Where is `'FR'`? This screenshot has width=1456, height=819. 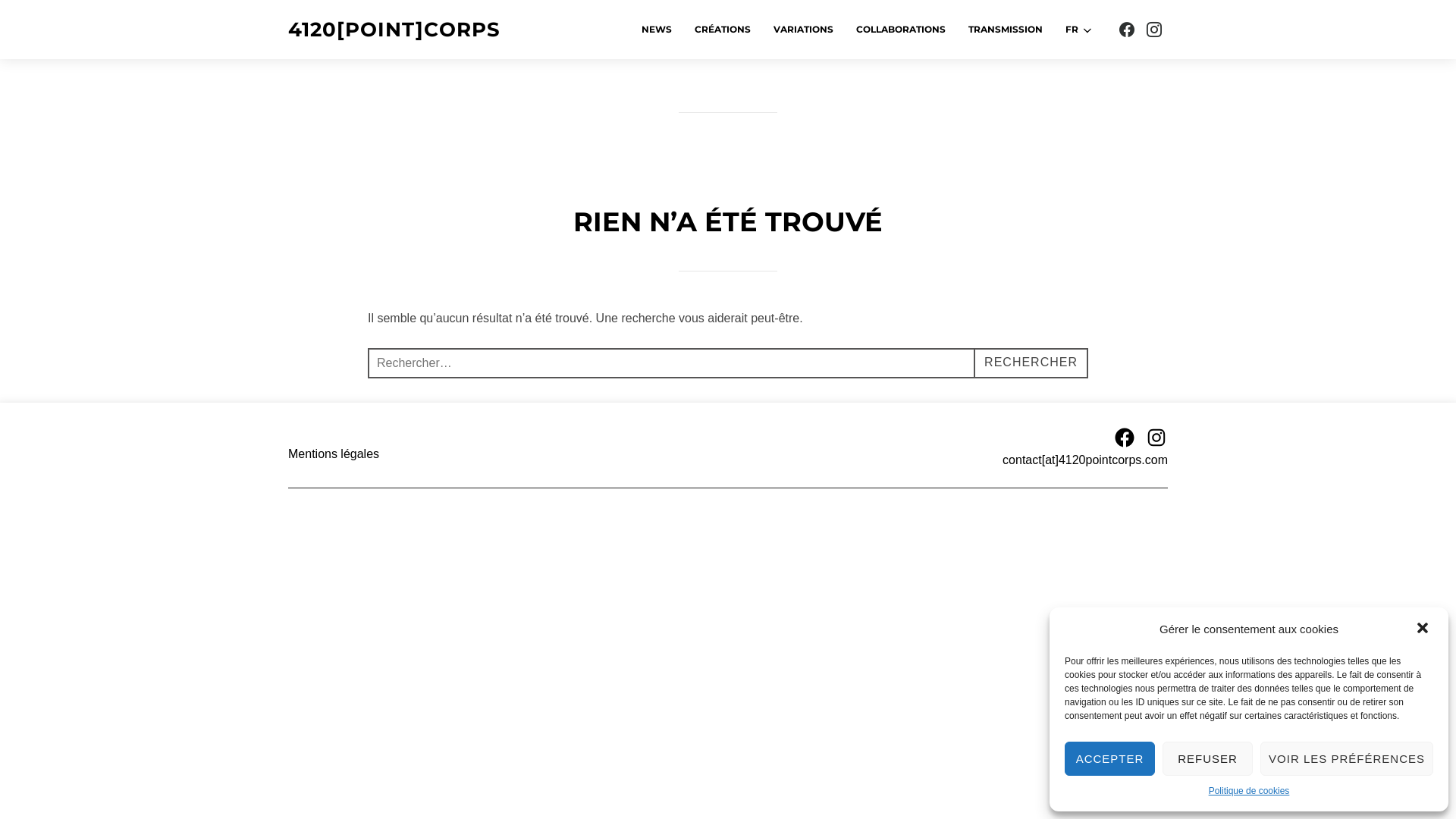
'FR' is located at coordinates (1079, 30).